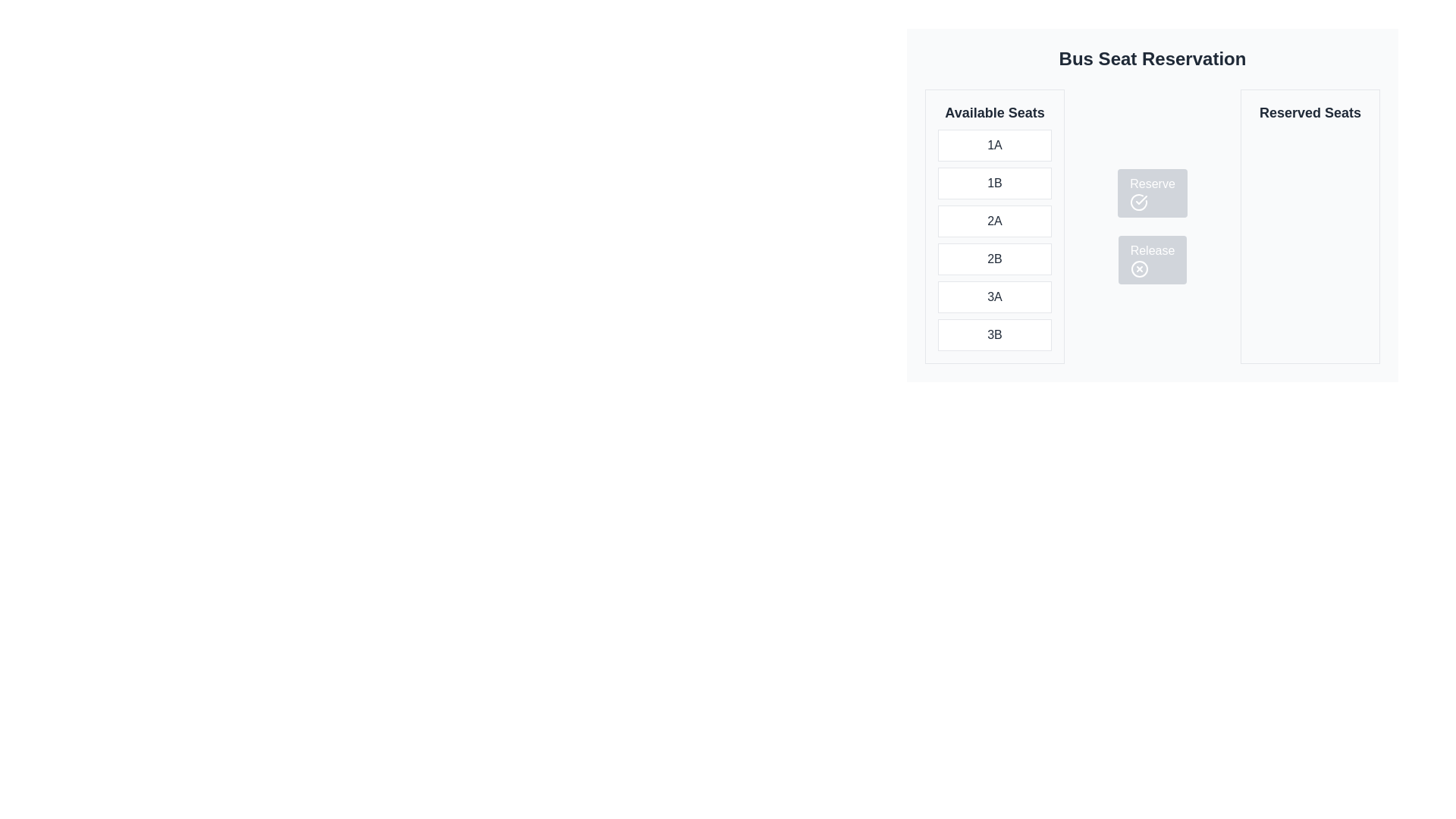 The width and height of the screenshot is (1456, 819). I want to click on the bus seat identifier button labeled '3A', so click(994, 297).